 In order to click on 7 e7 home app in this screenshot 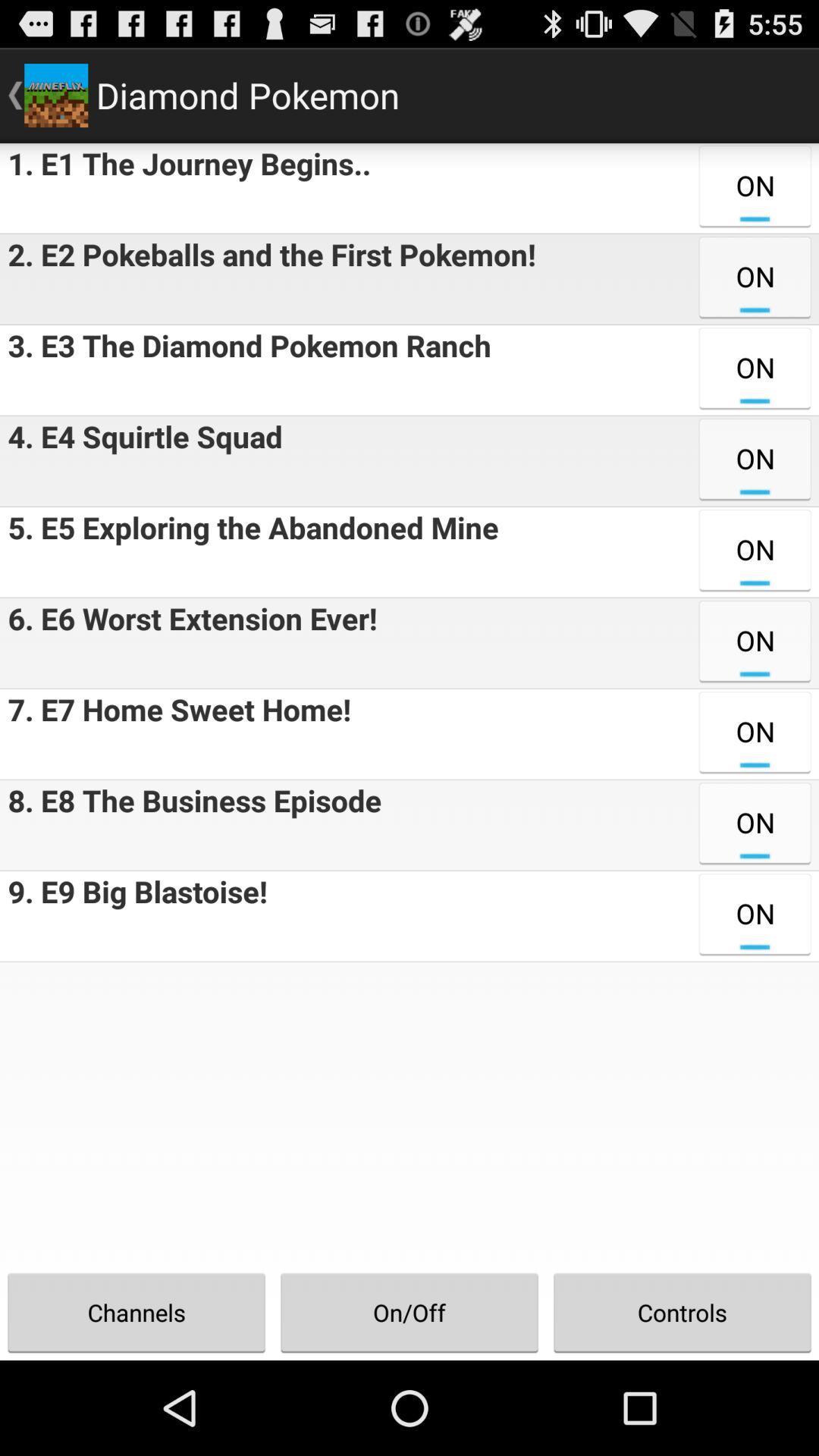, I will do `click(174, 734)`.